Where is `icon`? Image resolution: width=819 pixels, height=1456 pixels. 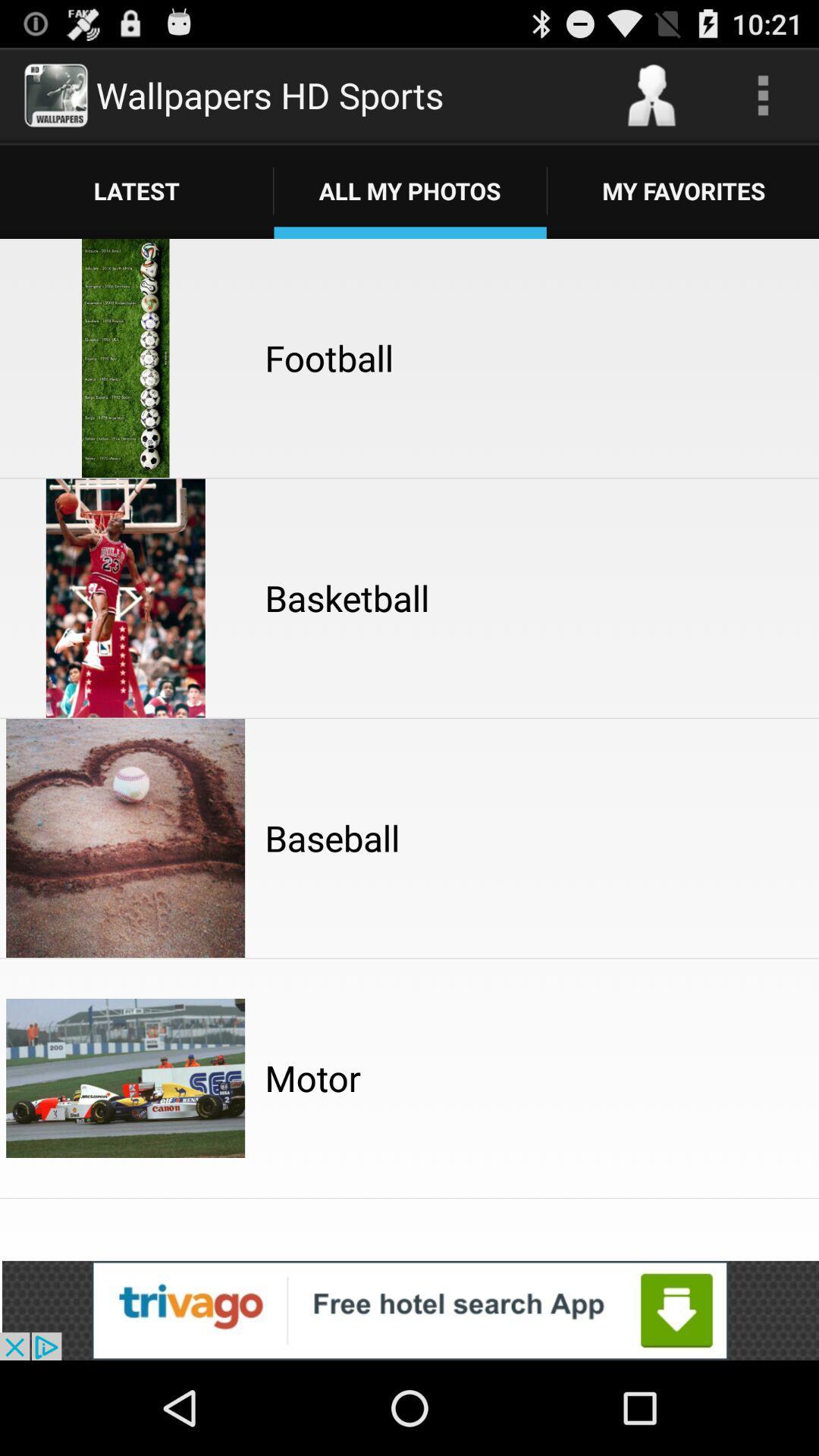 icon is located at coordinates (763, 94).